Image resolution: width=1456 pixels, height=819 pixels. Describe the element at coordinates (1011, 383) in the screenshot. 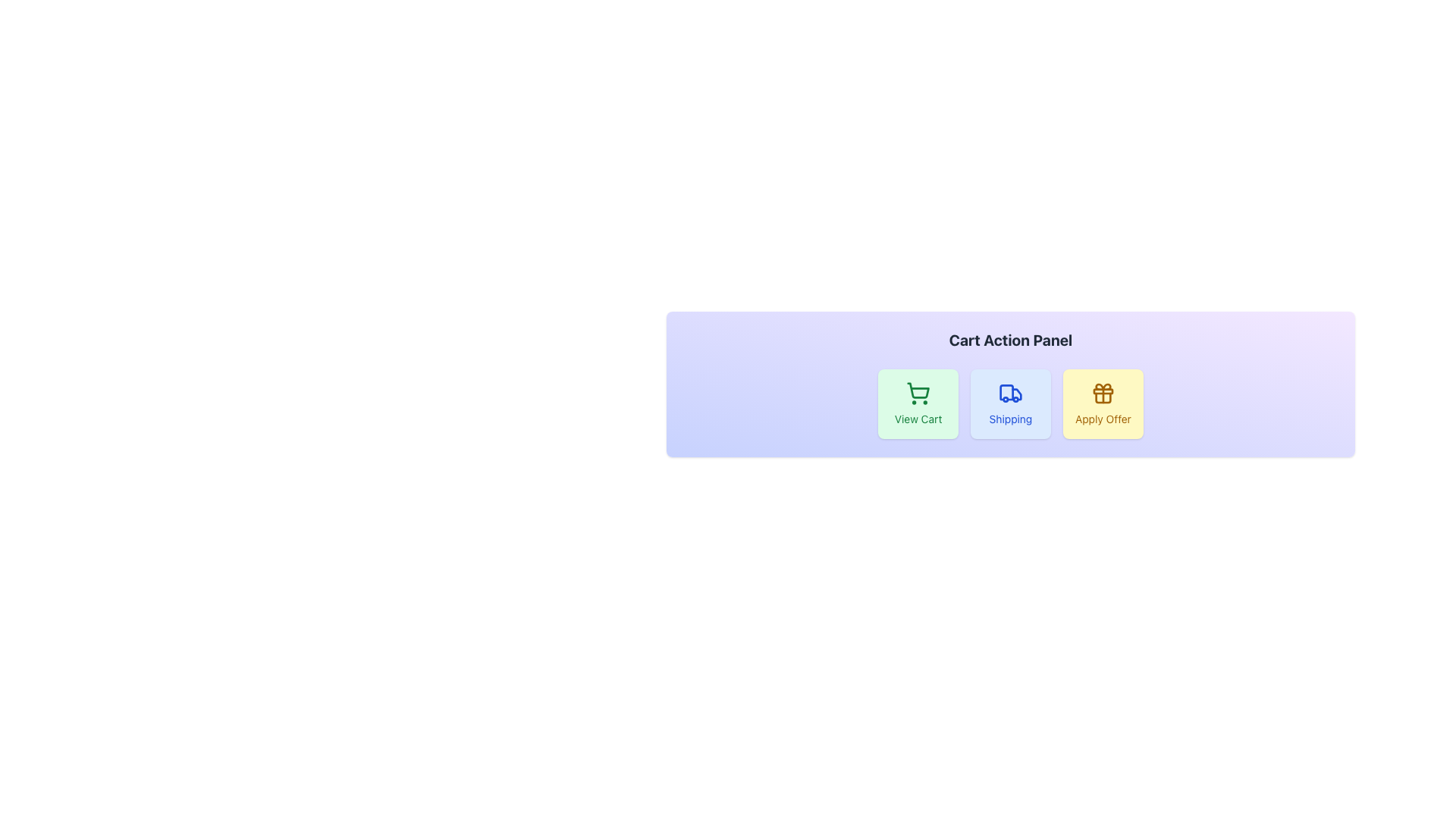

I see `one of the buttons in the 'Cart Action Panel', which contains buttons labeled 'View Cart', 'Shipping', and 'Apply Offer'` at that location.